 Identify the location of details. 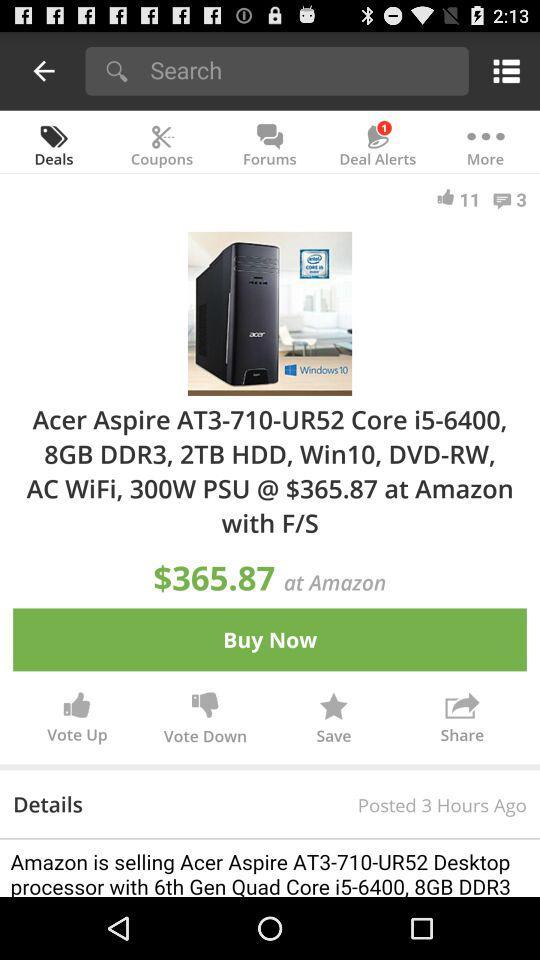
(270, 867).